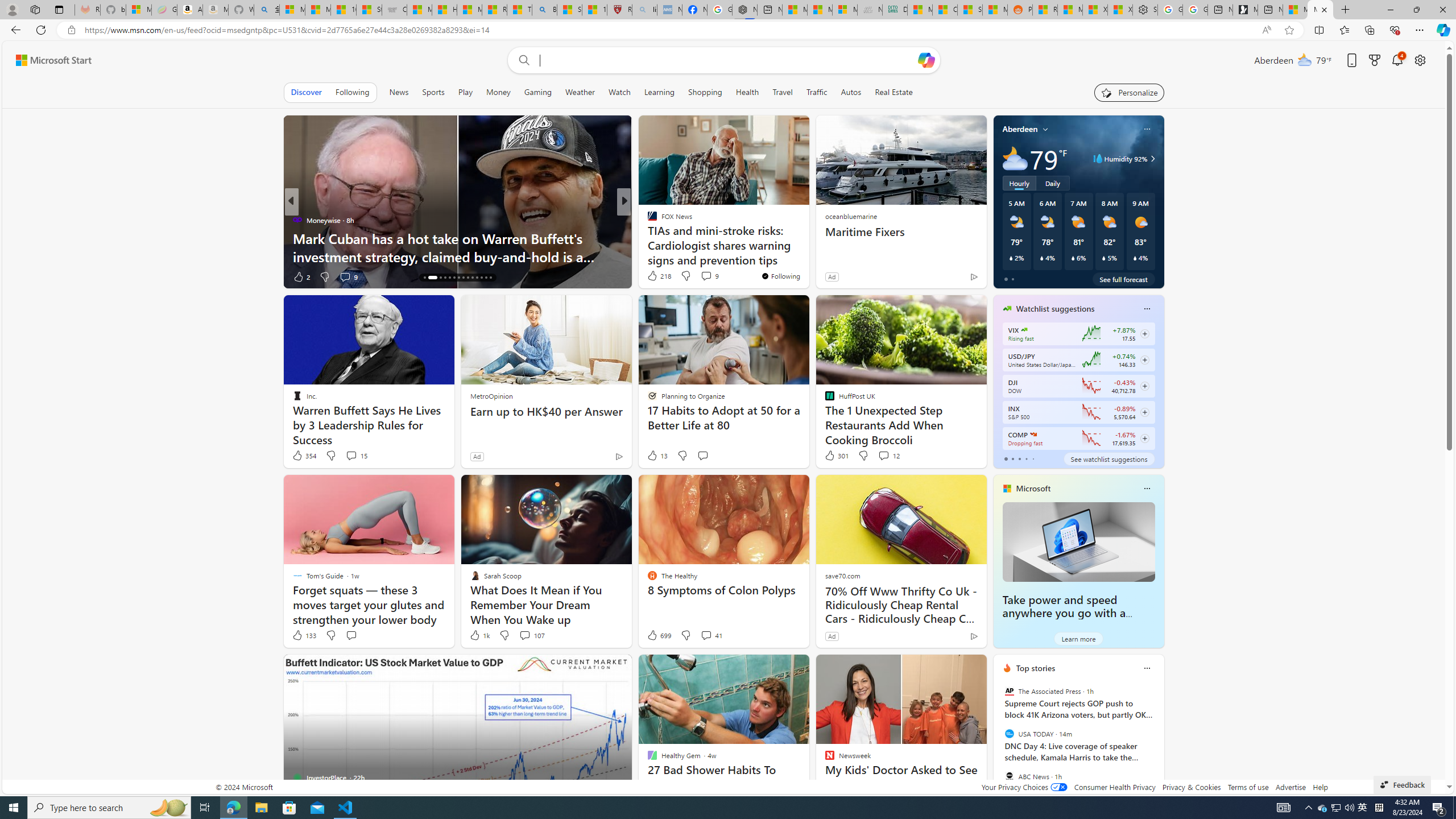 This screenshot has width=1456, height=819. Describe the element at coordinates (490, 277) in the screenshot. I see `'AutomationID: tab-28'` at that location.